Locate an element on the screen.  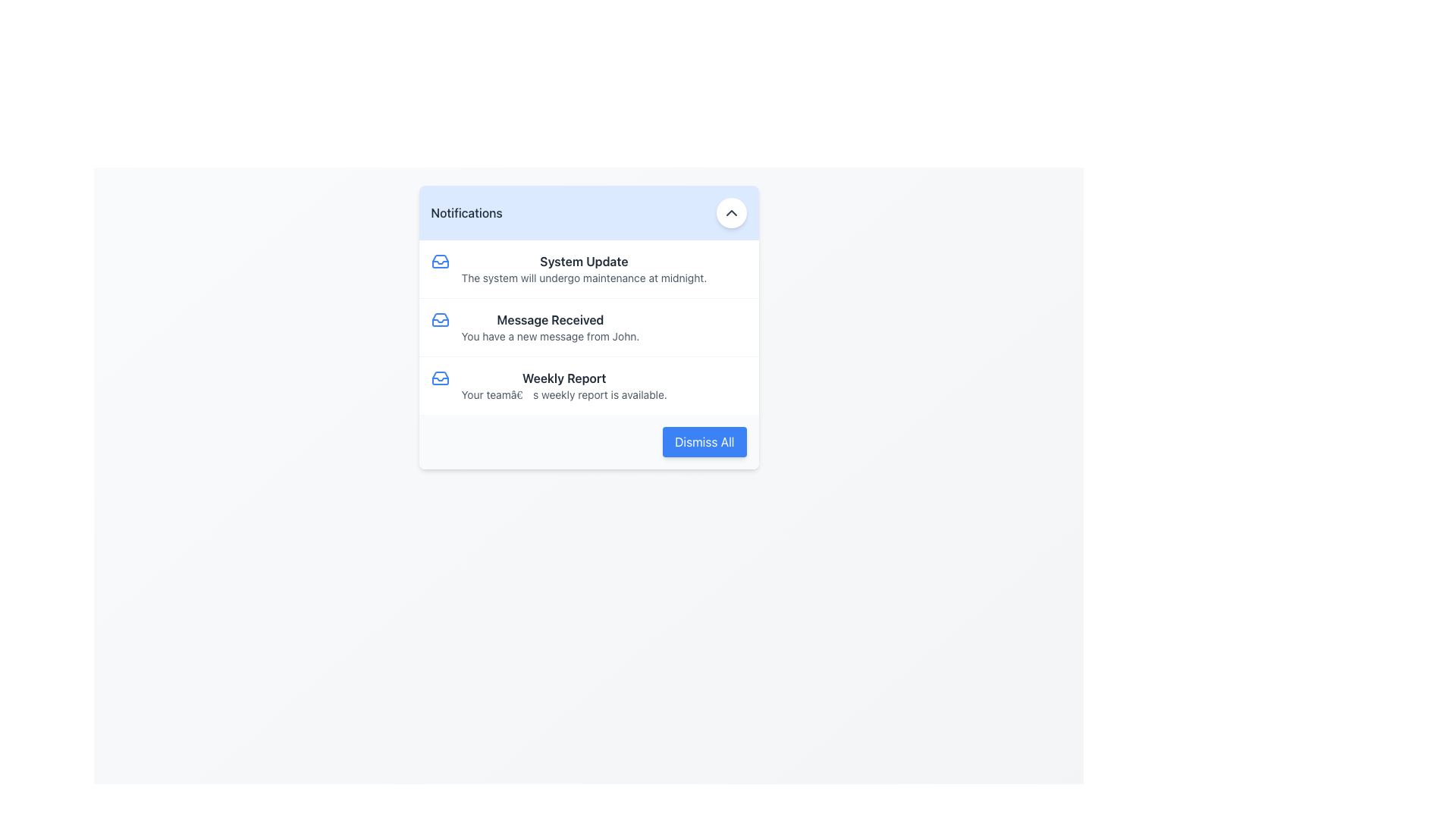
the 'System Update' notification icon that visually indicates a system-related update, positioned to the left side of the first notification item in the dropdown panel is located at coordinates (439, 260).